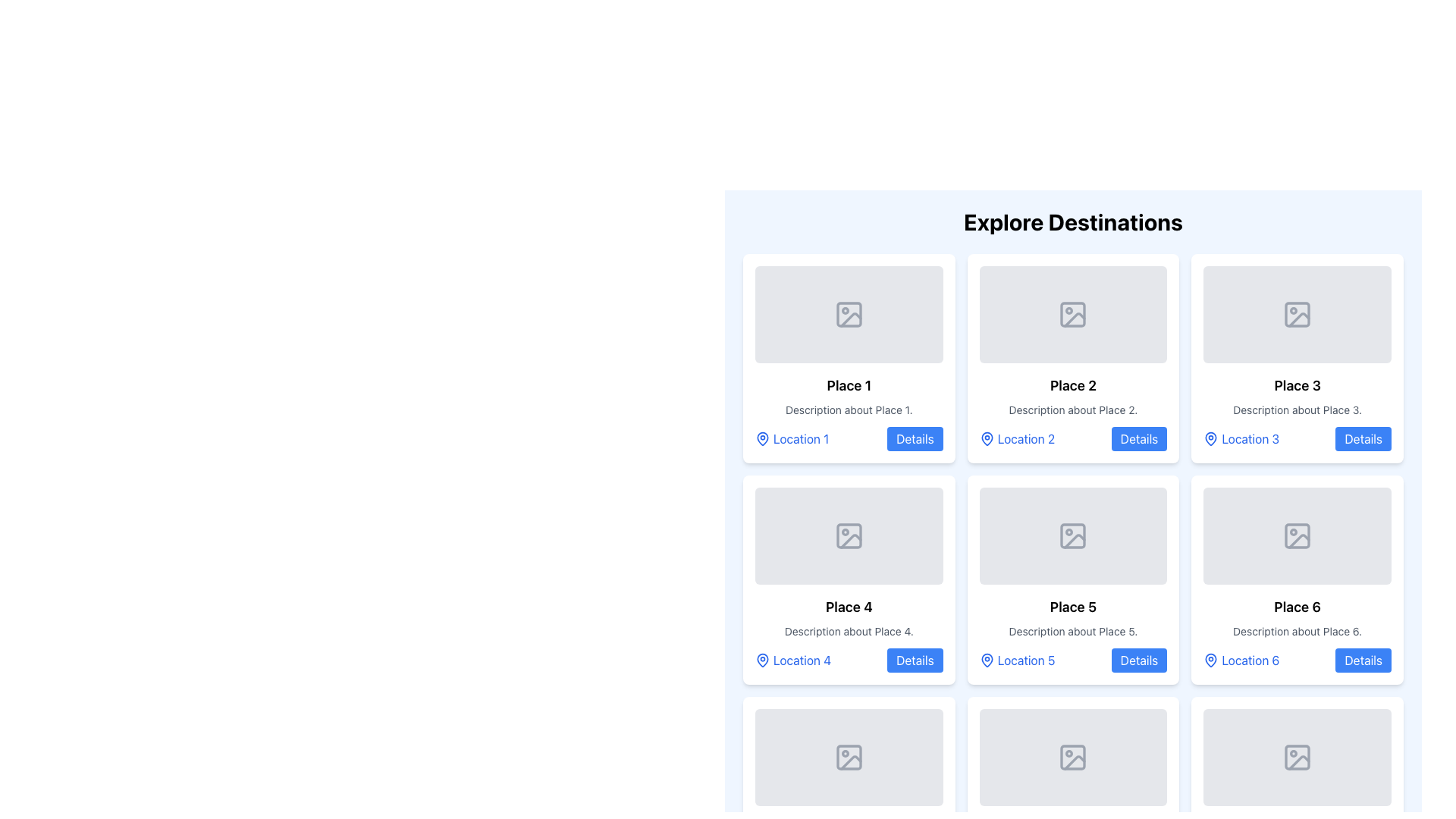  What do you see at coordinates (1072, 314) in the screenshot?
I see `the image placeholder located in the top-left corner of the card labeled 'Place 2', which signifies where media content would be displayed` at bounding box center [1072, 314].